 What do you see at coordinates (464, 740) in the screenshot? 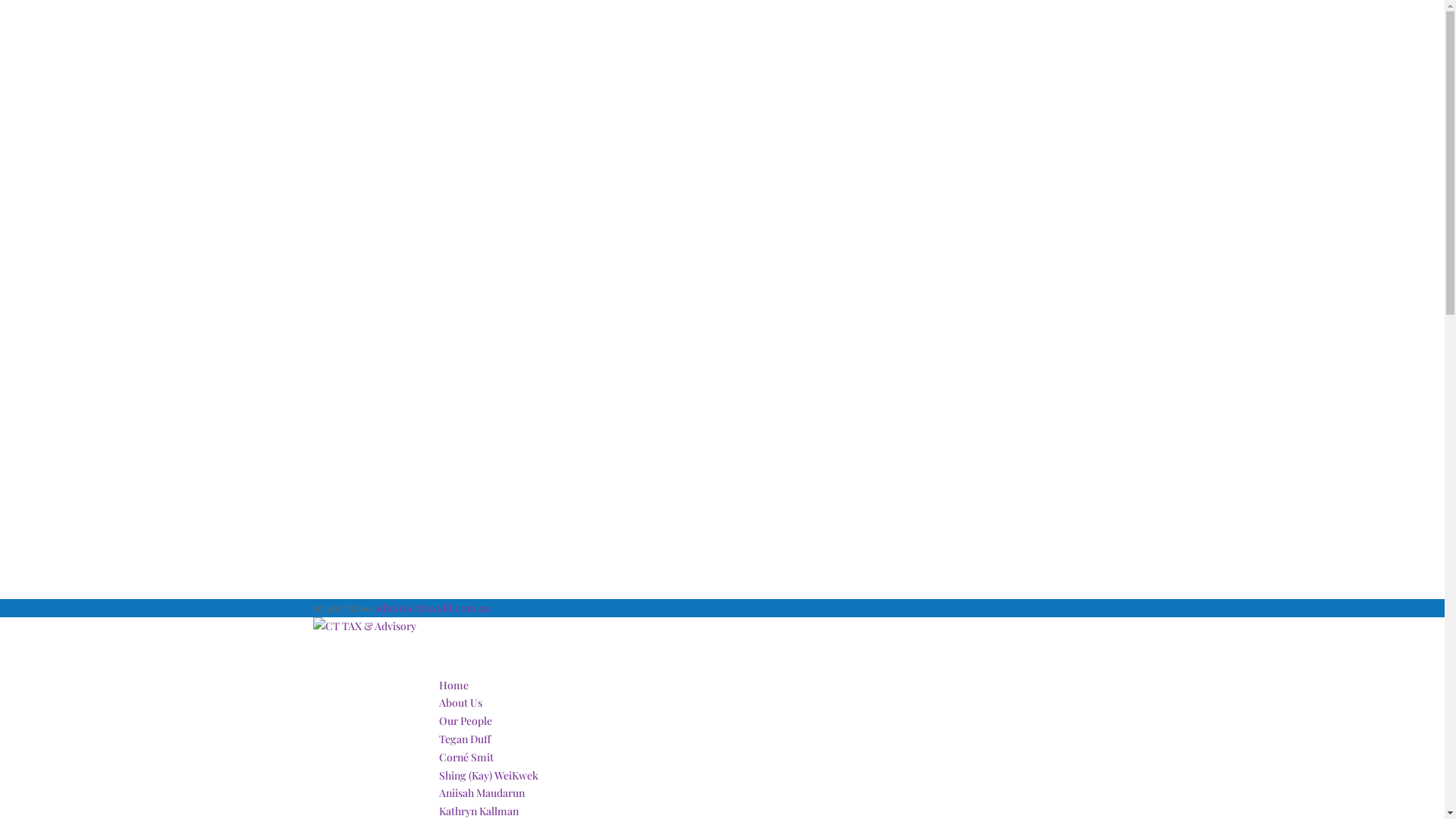
I see `'Our People'` at bounding box center [464, 740].